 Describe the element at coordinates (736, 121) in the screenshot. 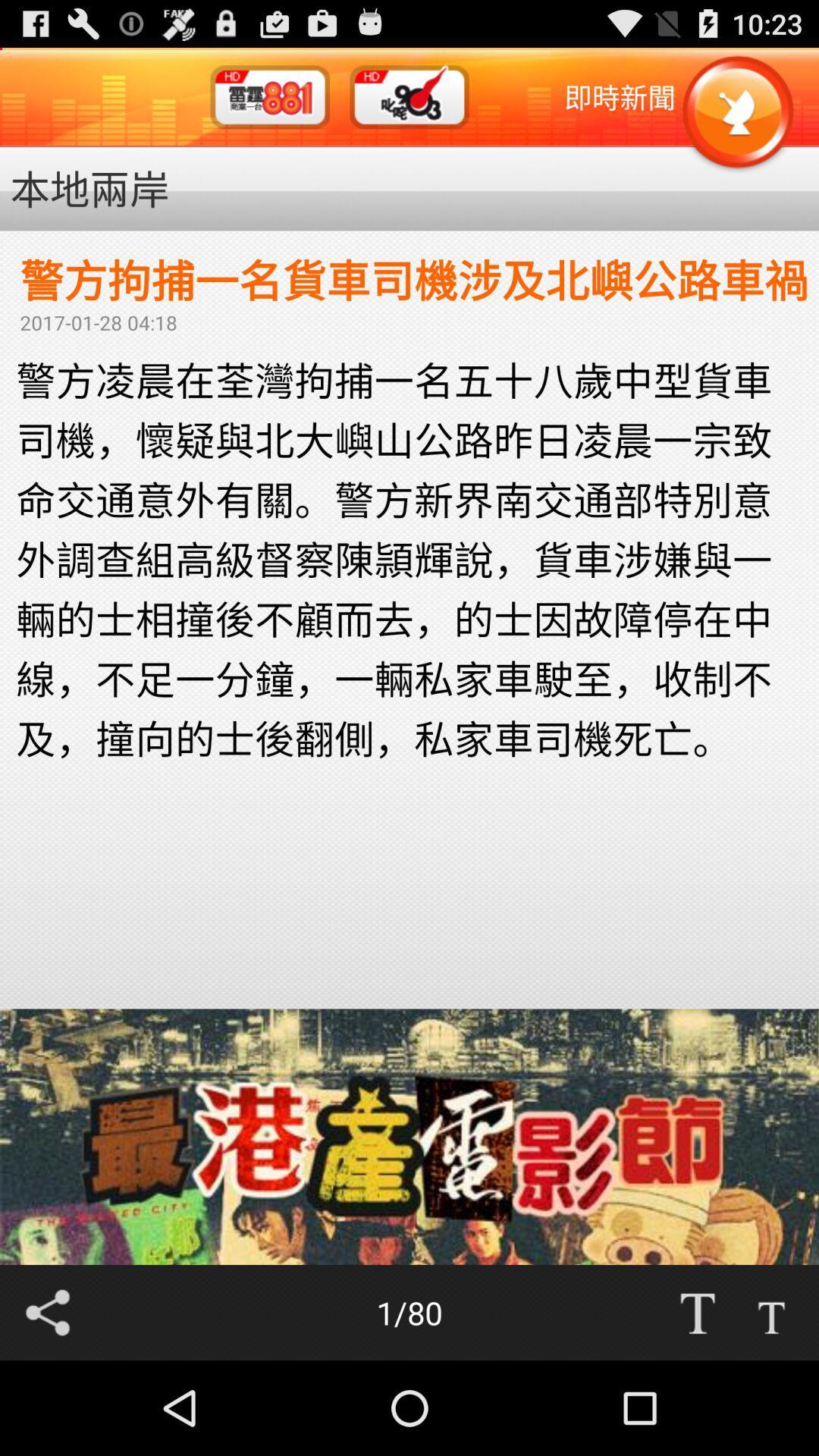

I see `the star icon` at that location.